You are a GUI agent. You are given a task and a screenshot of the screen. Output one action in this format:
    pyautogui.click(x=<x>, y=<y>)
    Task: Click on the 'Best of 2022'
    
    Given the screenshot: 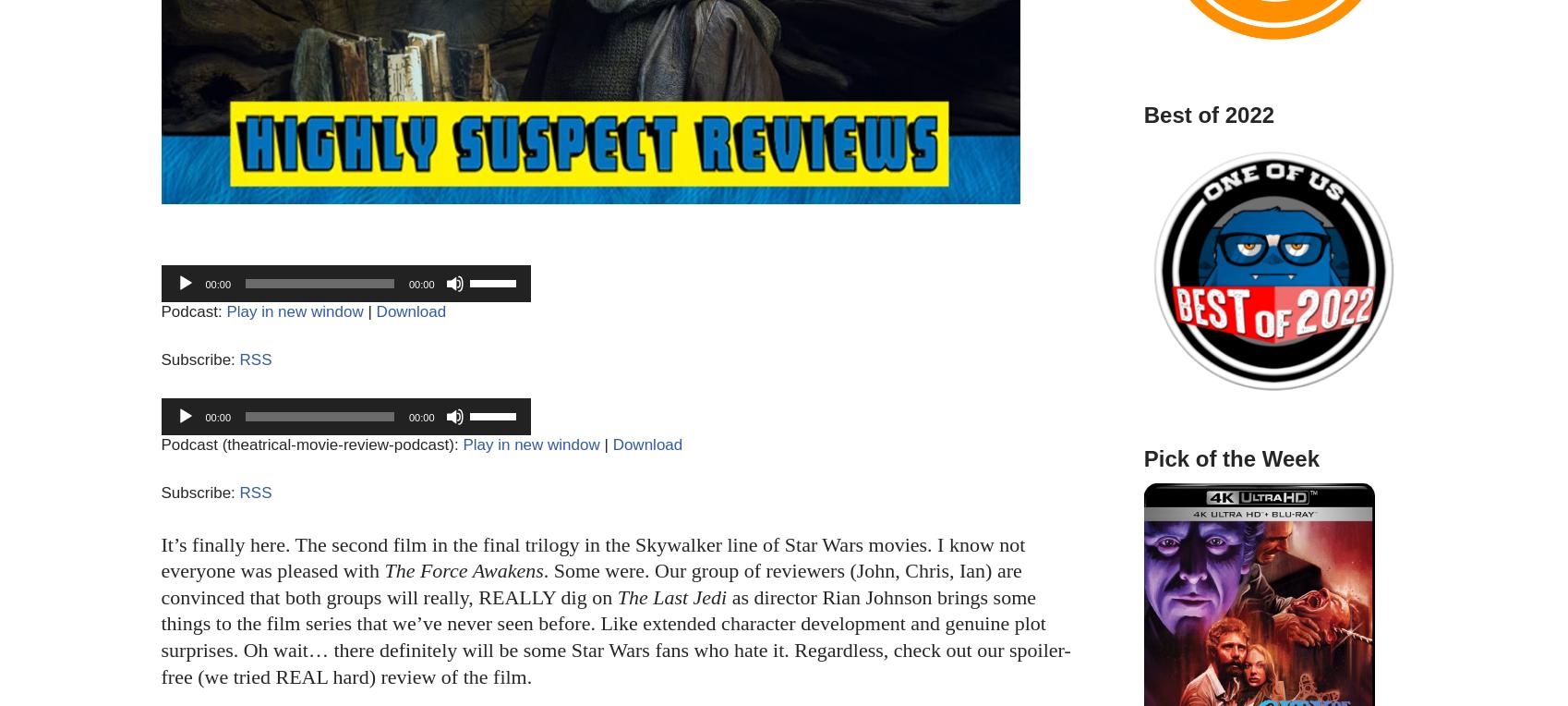 What is the action you would take?
    pyautogui.click(x=1207, y=114)
    